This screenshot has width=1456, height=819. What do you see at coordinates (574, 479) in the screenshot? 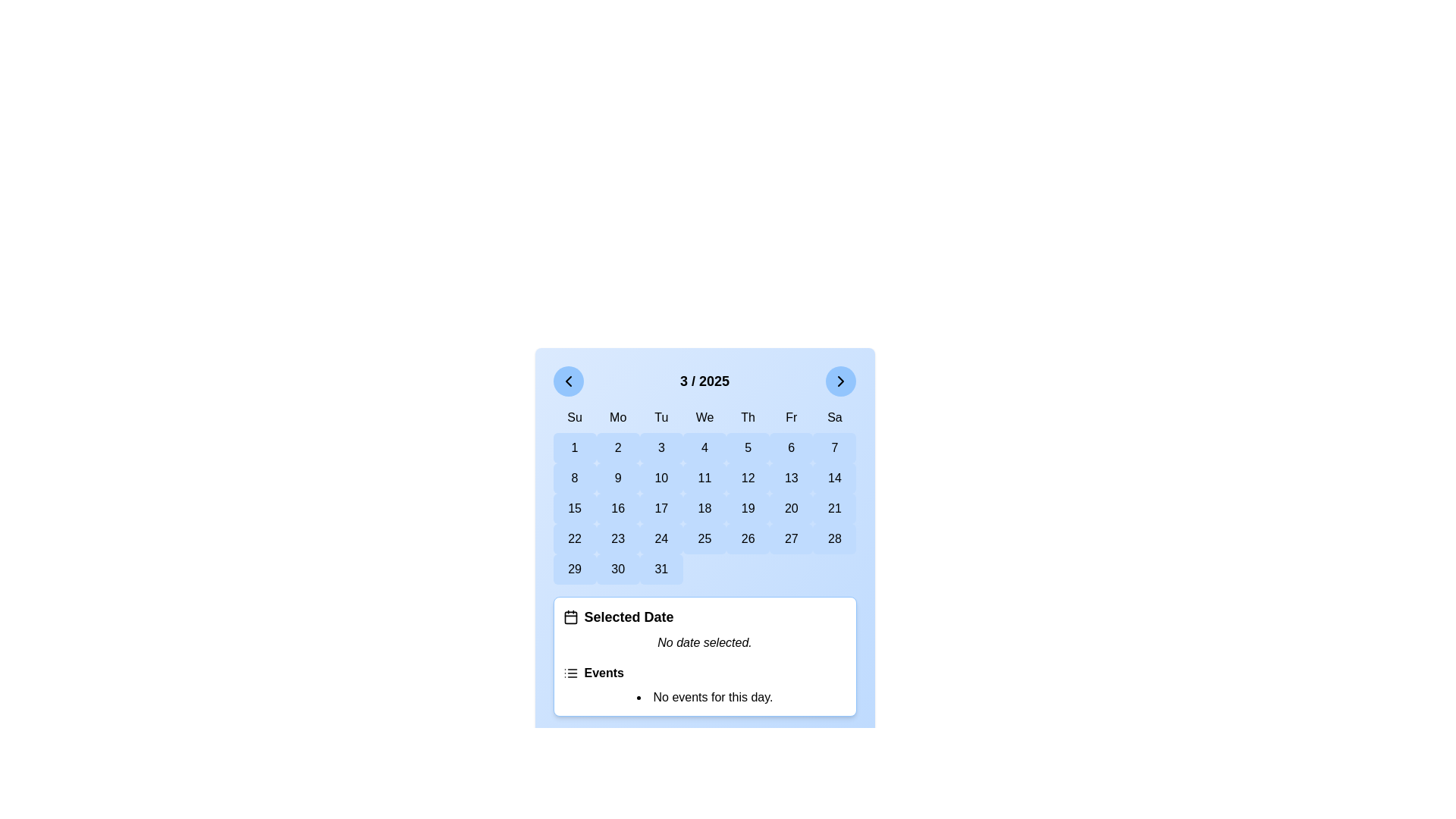
I see `the rounded rectangular button with a light blue background that contains the numeral '8' in bold black text, located in the second row of the March 2025 calendar grid under the 'Su' column` at bounding box center [574, 479].